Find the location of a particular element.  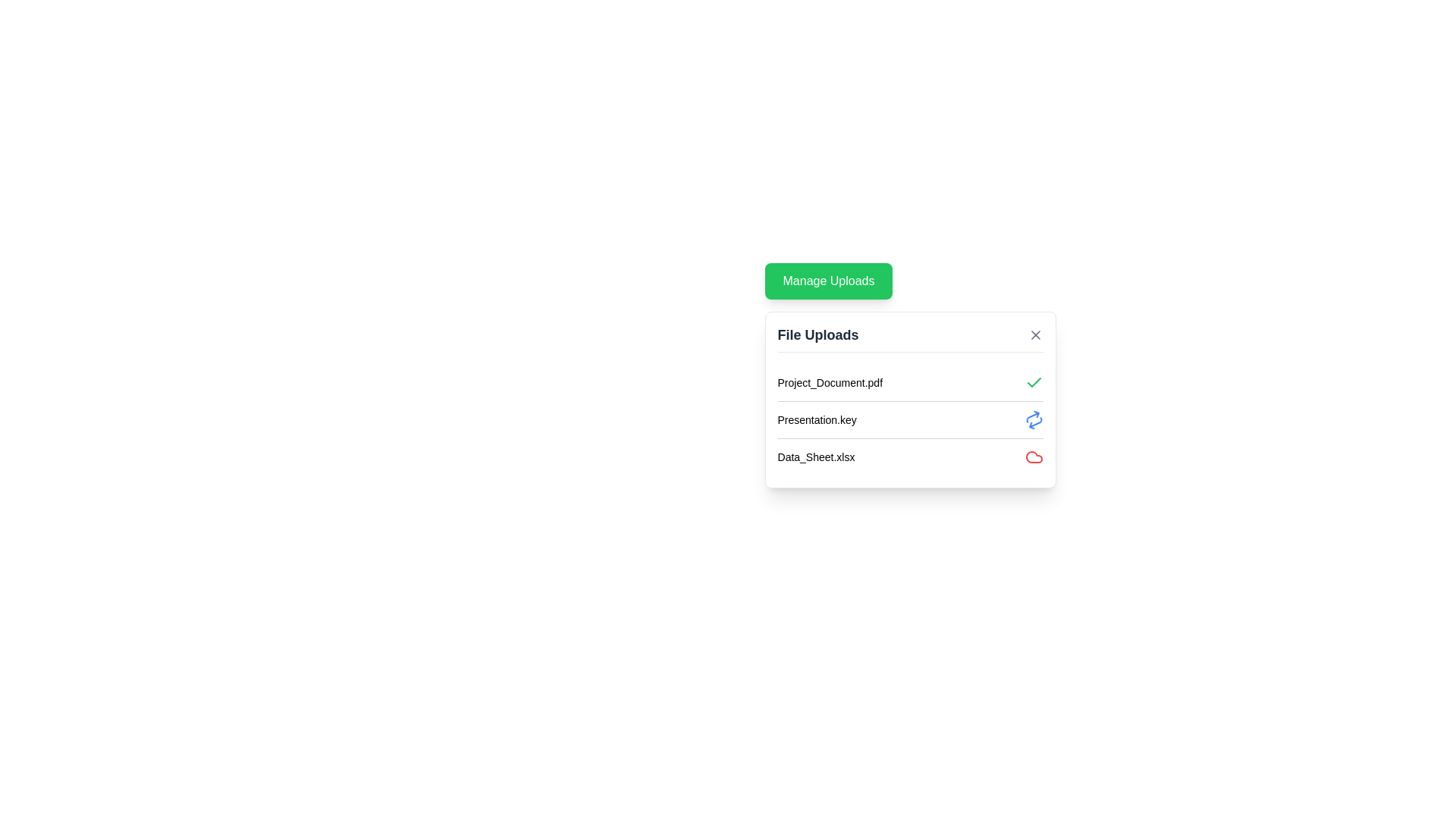

the action icon related to the uploaded file 'Data_Sheet.xlsx', which is positioned in the last row of the file upload list, to the far right of the row is located at coordinates (1033, 456).